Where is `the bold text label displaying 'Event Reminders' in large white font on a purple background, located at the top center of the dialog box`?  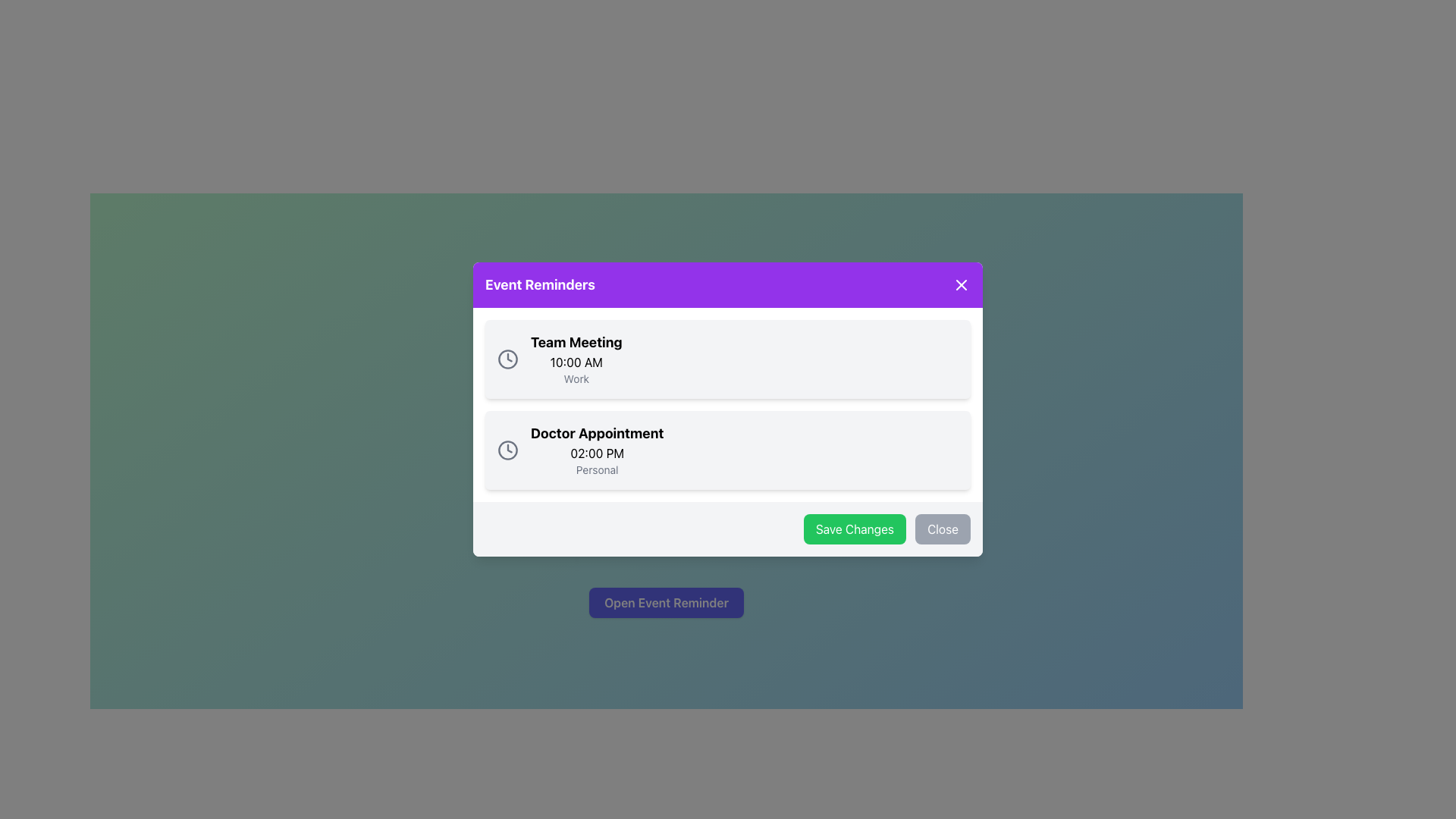 the bold text label displaying 'Event Reminders' in large white font on a purple background, located at the top center of the dialog box is located at coordinates (540, 284).